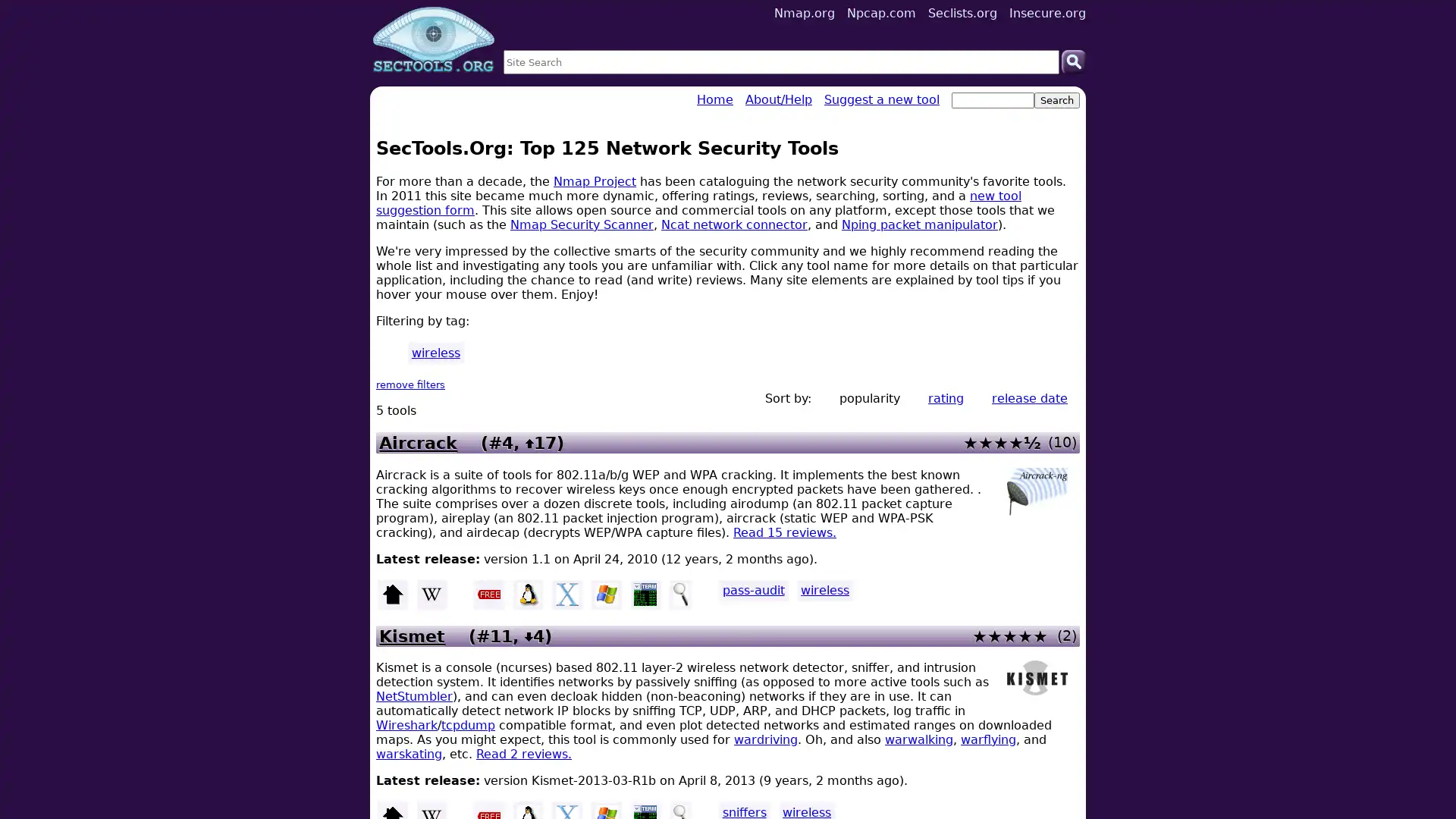 This screenshot has width=1456, height=819. What do you see at coordinates (1073, 61) in the screenshot?
I see `Search` at bounding box center [1073, 61].